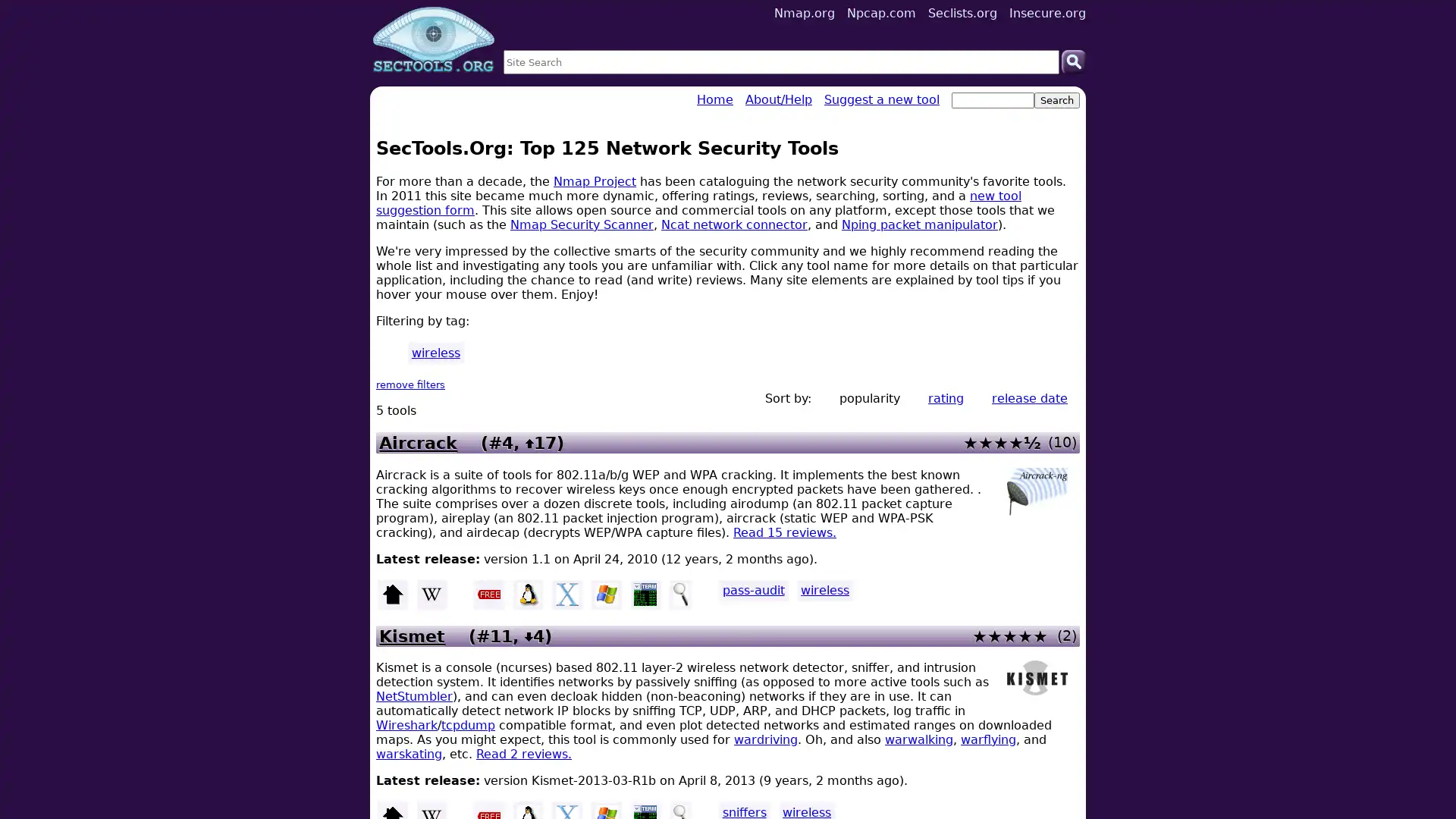 This screenshot has width=1456, height=819. What do you see at coordinates (1073, 61) in the screenshot?
I see `Search` at bounding box center [1073, 61].